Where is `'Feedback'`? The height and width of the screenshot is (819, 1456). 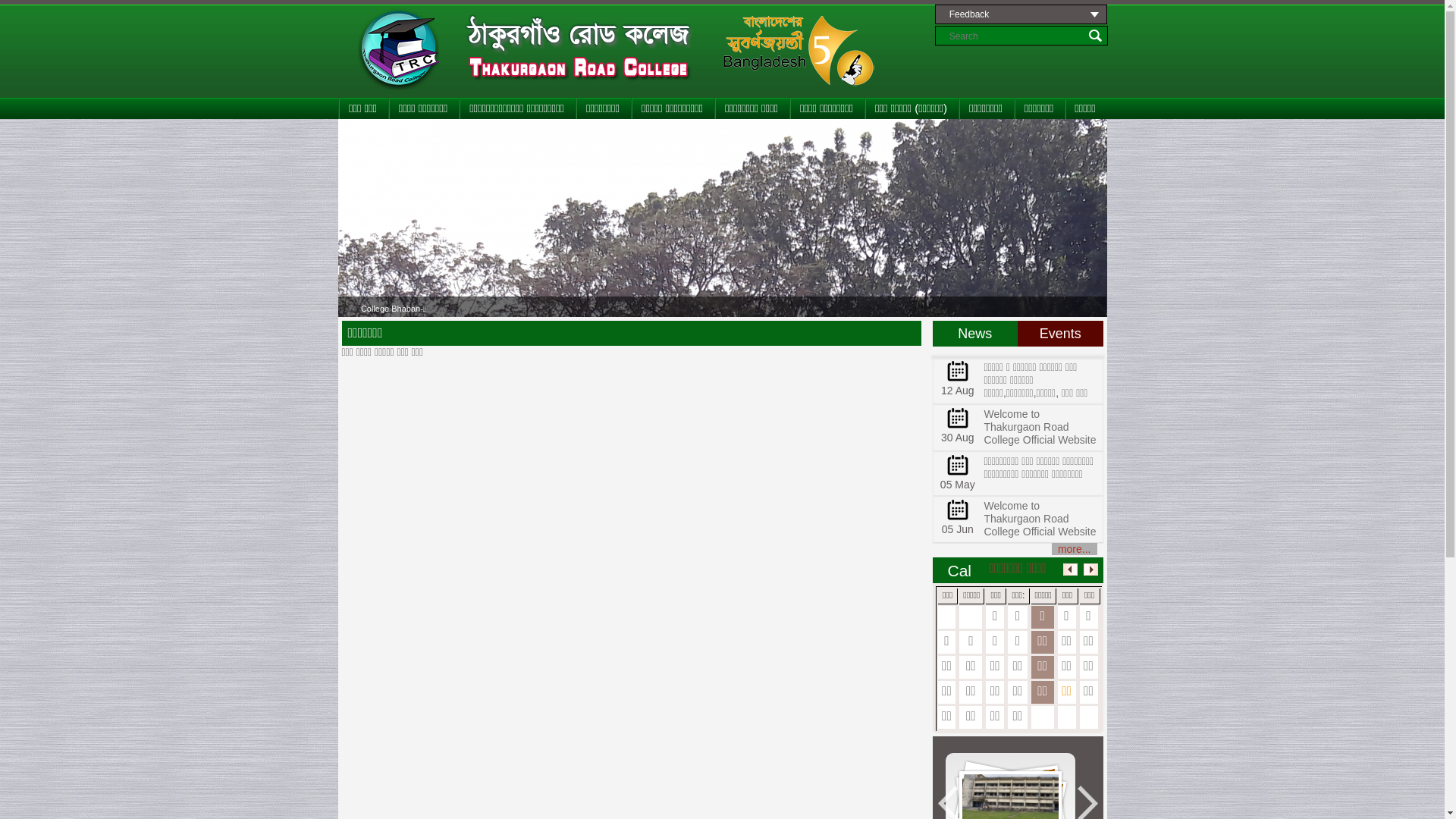
'Feedback' is located at coordinates (1020, 14).